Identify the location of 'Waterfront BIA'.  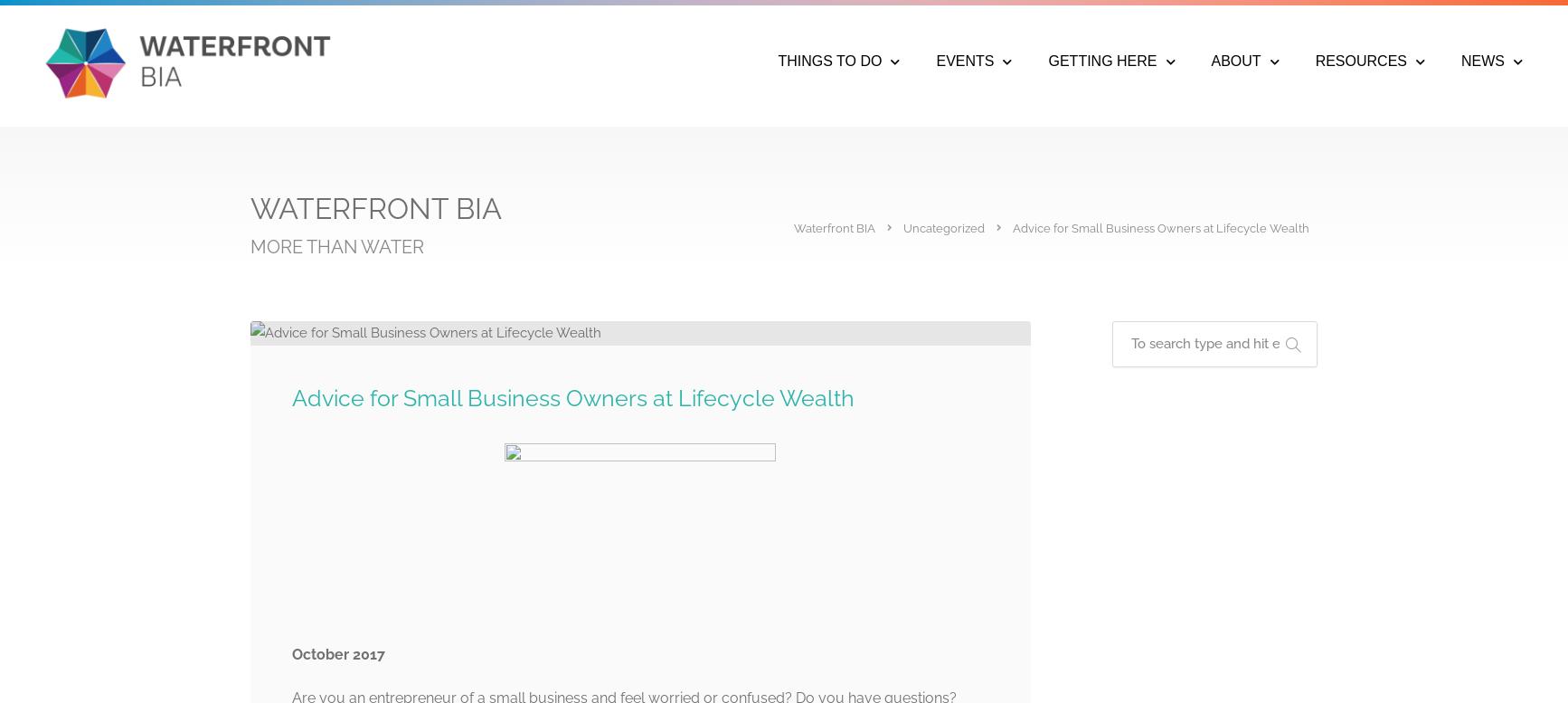
(835, 228).